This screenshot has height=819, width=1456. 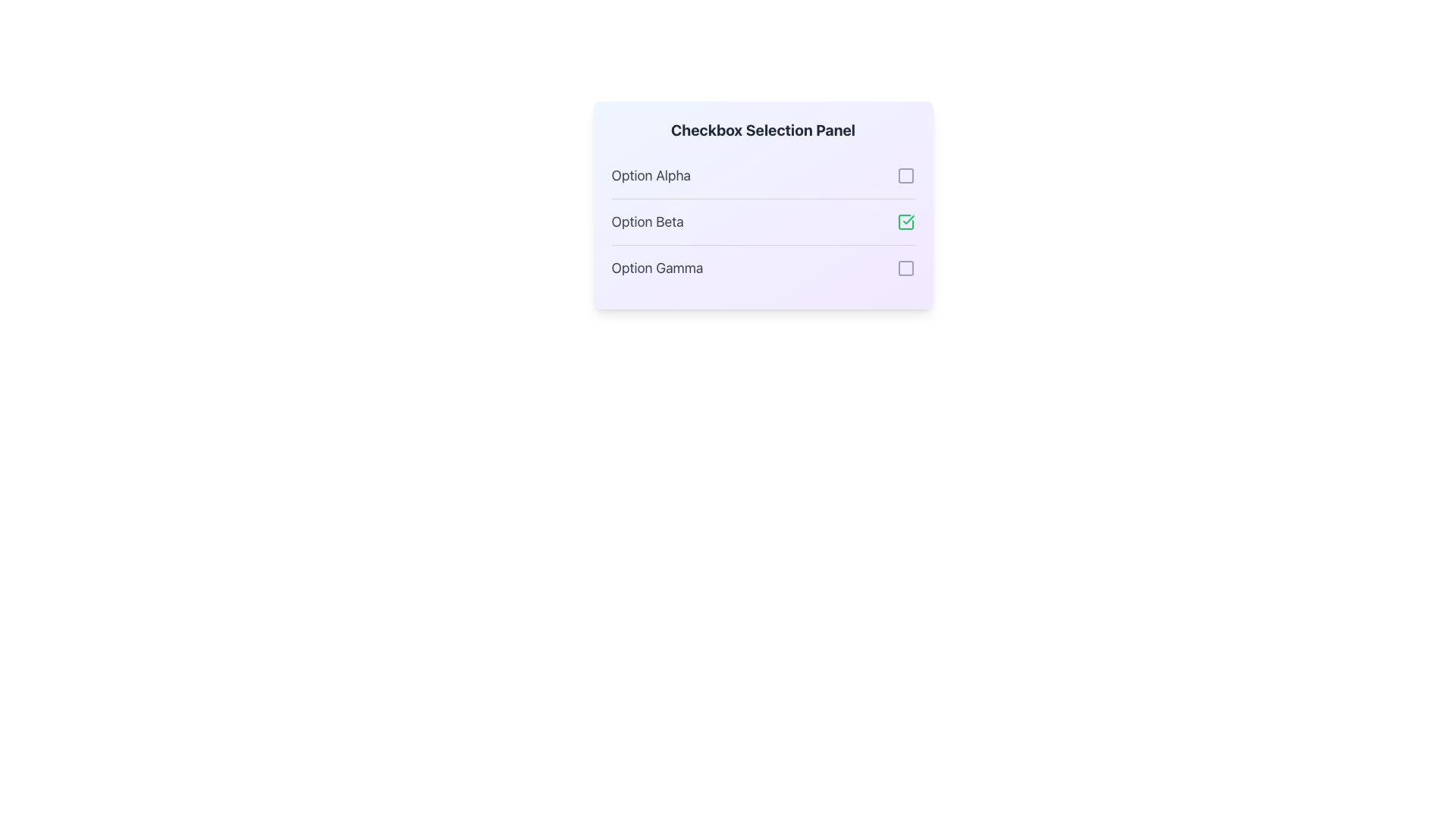 I want to click on the green checkmark icon, which is part of a square icon located to the right of the 'Option Beta' label in a vertical list of options, so click(x=908, y=219).